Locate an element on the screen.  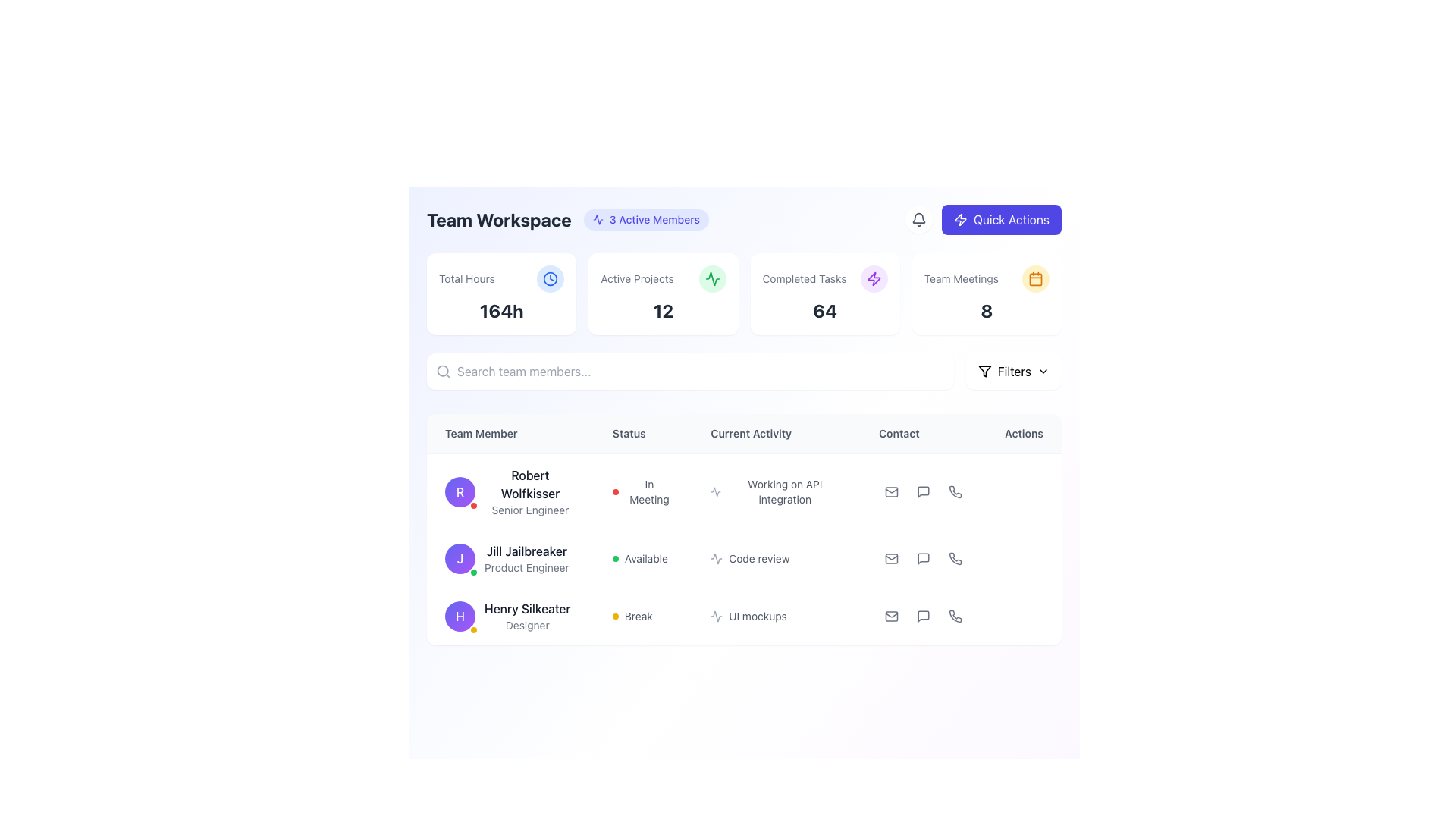
text displayed in the 'Current Activity' column for the team member 'Robert Wolfkisser' is located at coordinates (777, 491).